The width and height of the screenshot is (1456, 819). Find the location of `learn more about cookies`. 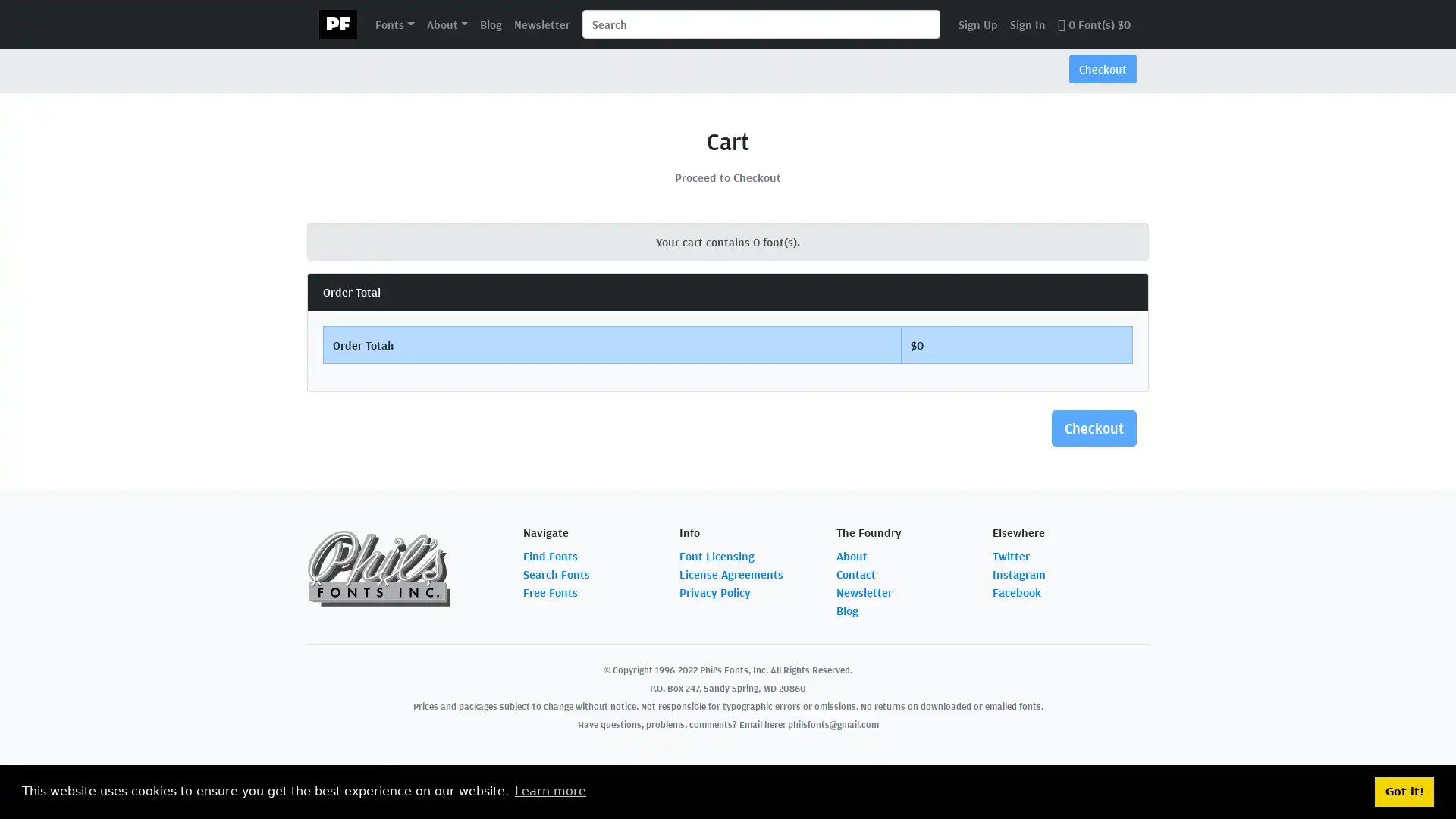

learn more about cookies is located at coordinates (549, 791).